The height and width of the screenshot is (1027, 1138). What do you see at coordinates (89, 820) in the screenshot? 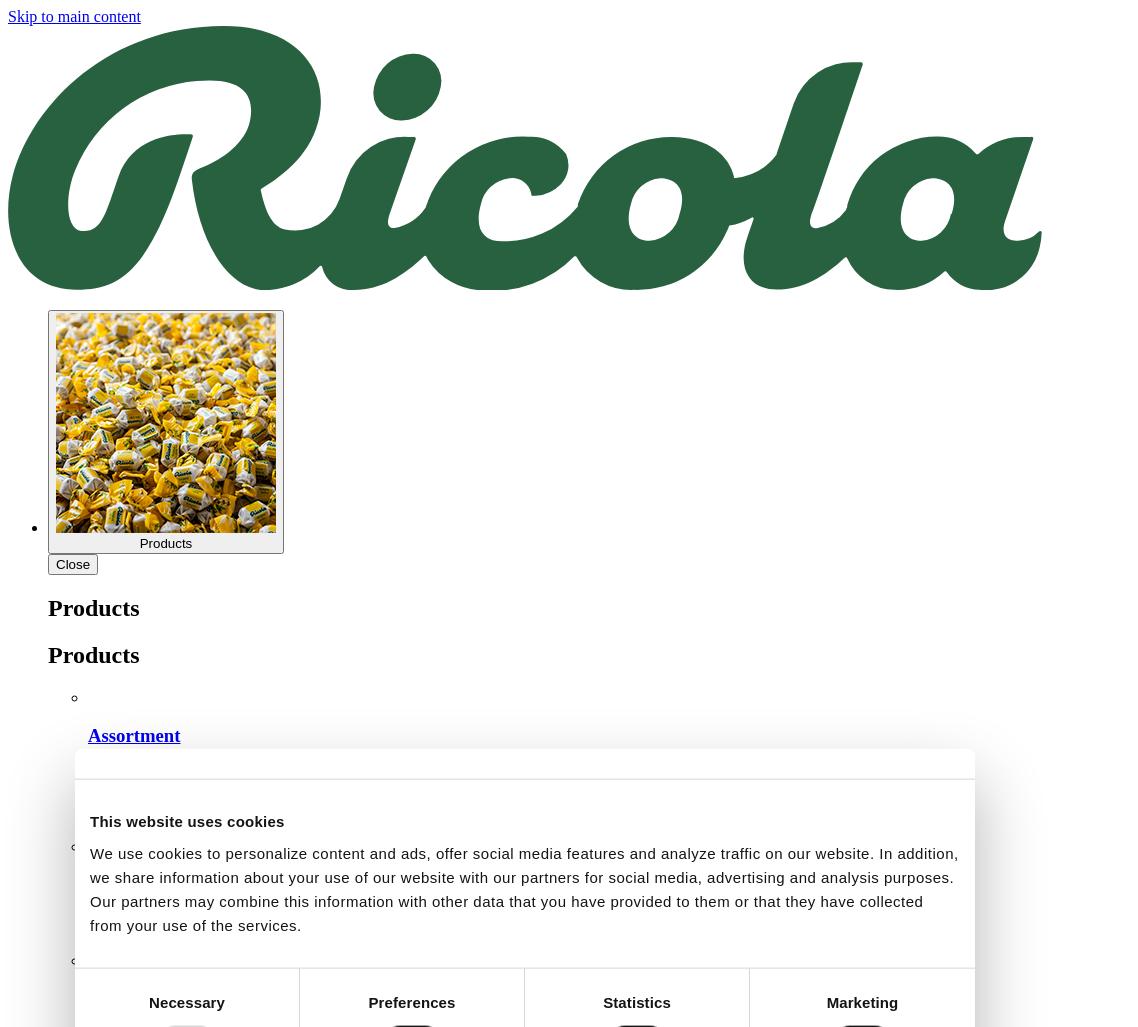
I see `'This website uses cookies'` at bounding box center [89, 820].